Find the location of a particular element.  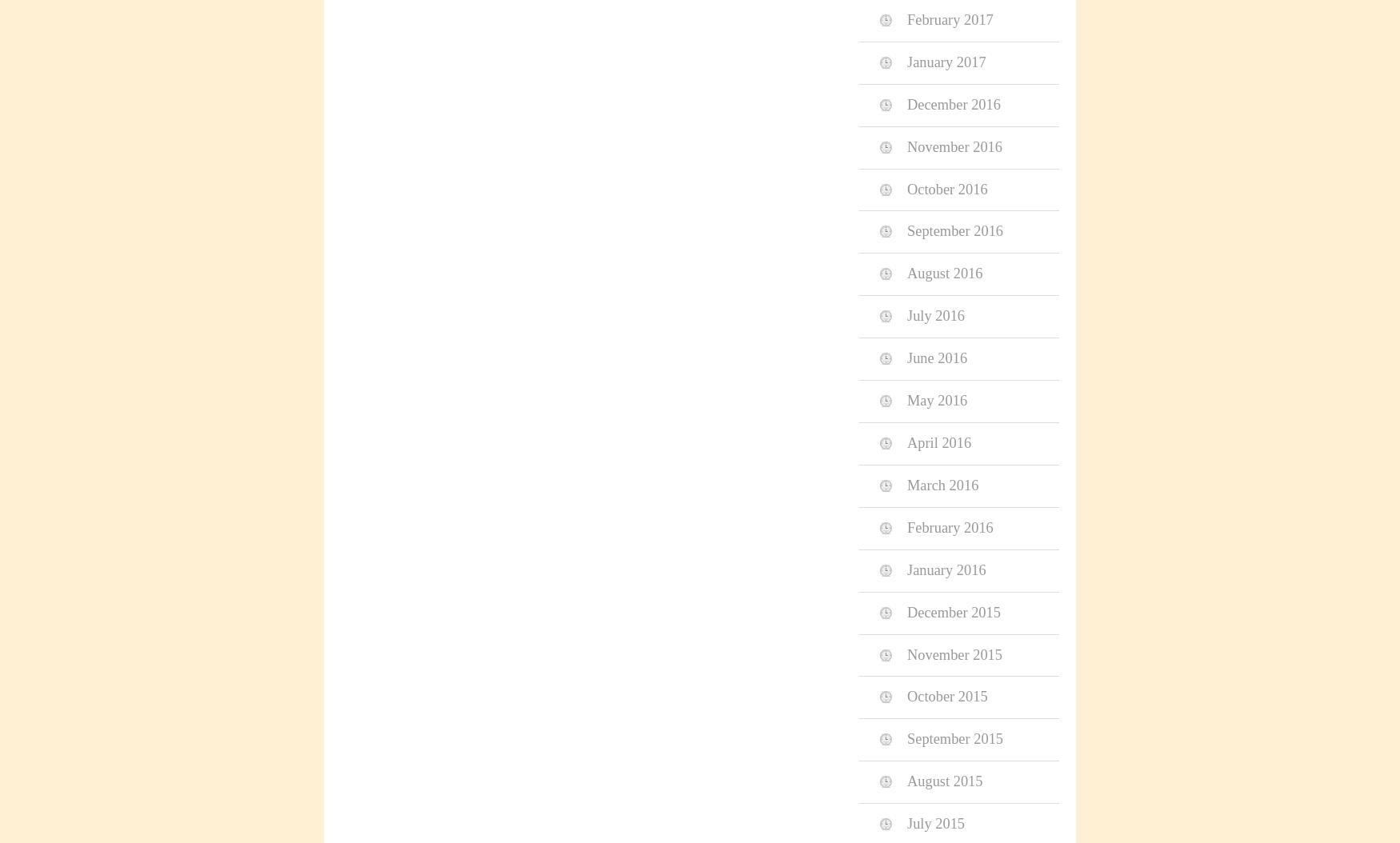

'July 2015' is located at coordinates (935, 822).